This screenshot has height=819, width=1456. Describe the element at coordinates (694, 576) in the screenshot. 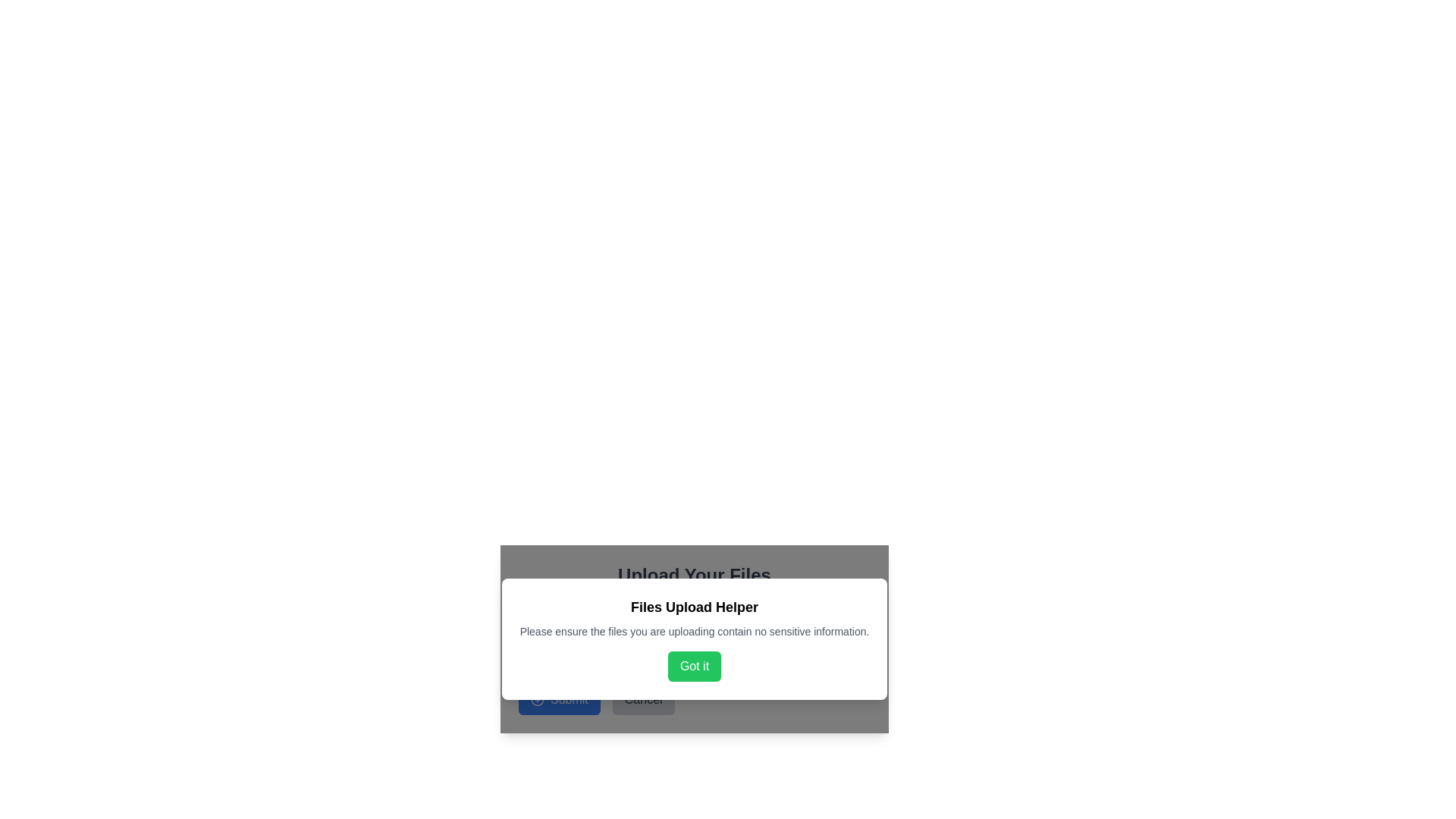

I see `the bold, large-font gray Text header located at the top of the file upload interface, which is positioned above the instructions and buttons` at that location.